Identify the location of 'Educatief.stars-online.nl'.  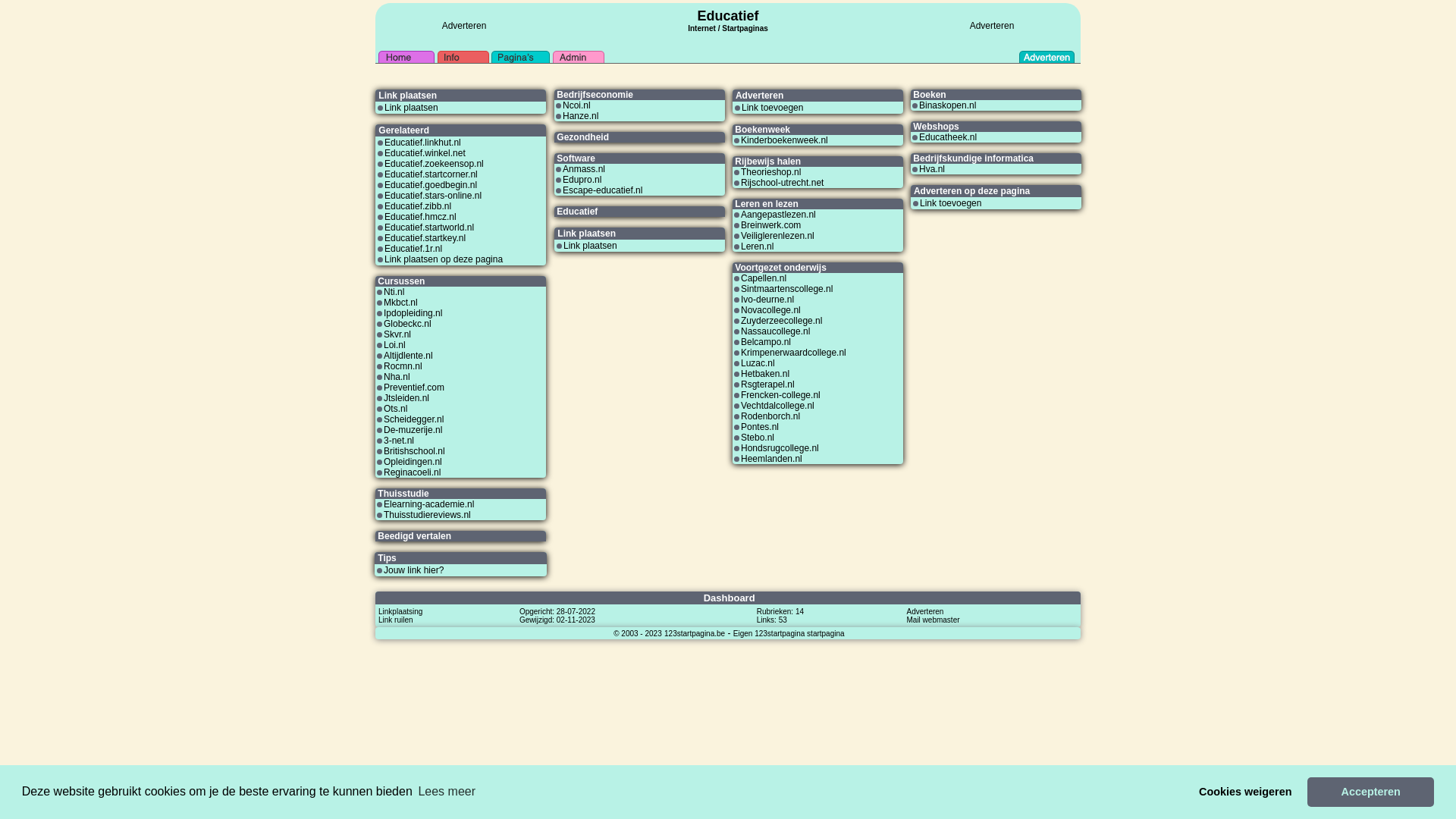
(432, 195).